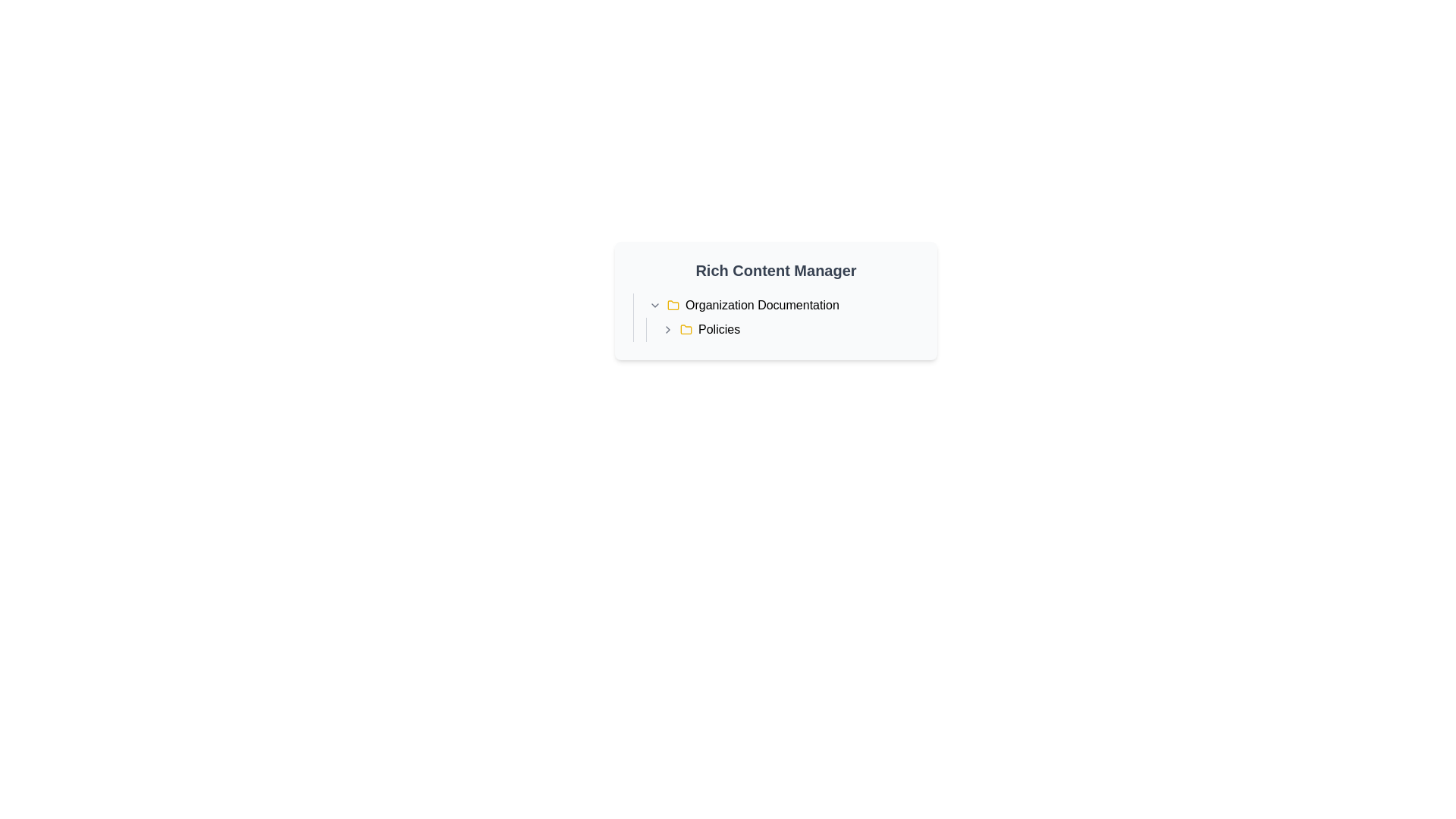 The width and height of the screenshot is (1456, 819). Describe the element at coordinates (667, 329) in the screenshot. I see `the right-pointing gray chevron icon` at that location.